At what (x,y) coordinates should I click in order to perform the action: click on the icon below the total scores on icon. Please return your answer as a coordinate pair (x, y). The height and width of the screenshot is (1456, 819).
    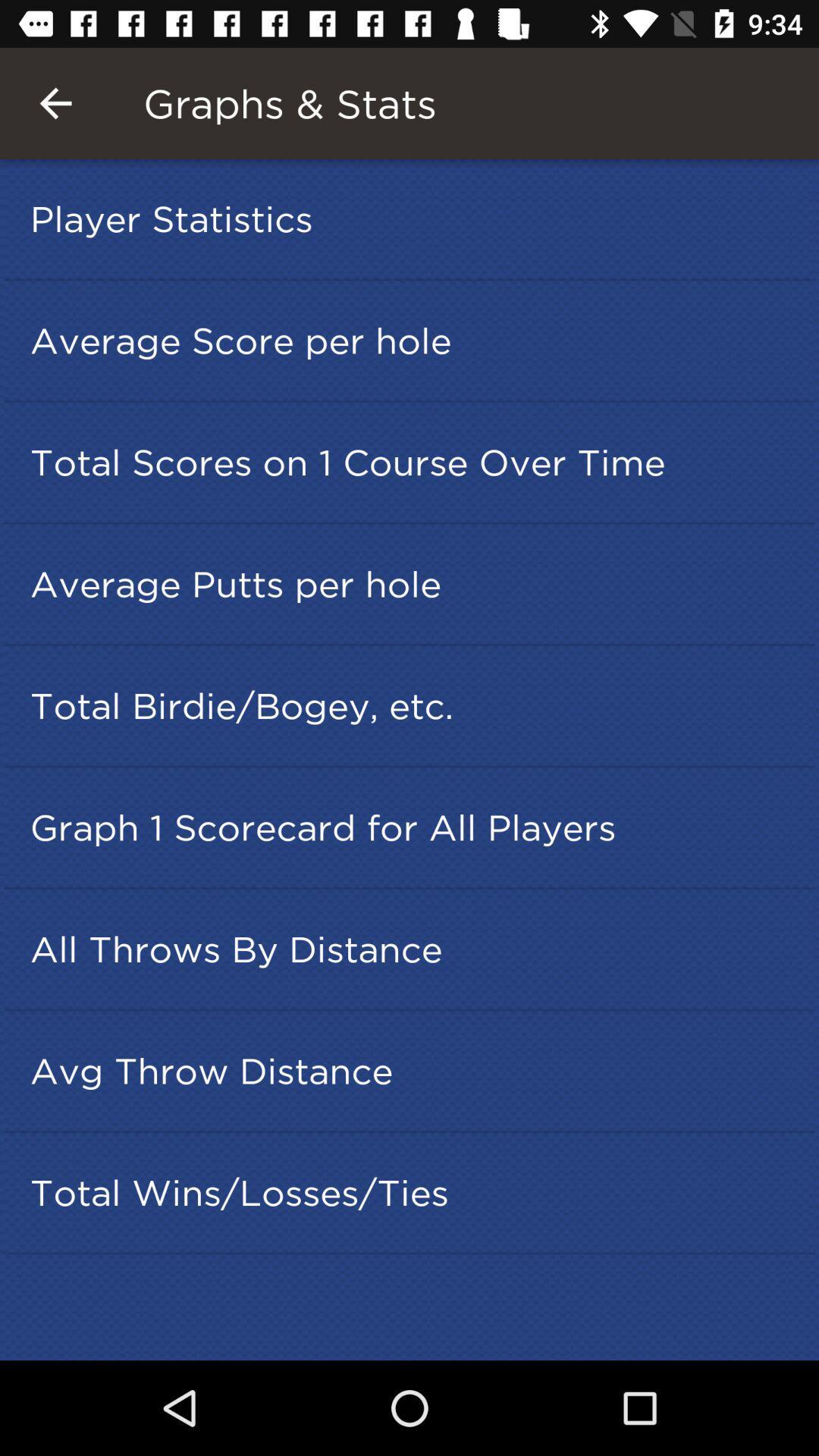
    Looking at the image, I should click on (414, 583).